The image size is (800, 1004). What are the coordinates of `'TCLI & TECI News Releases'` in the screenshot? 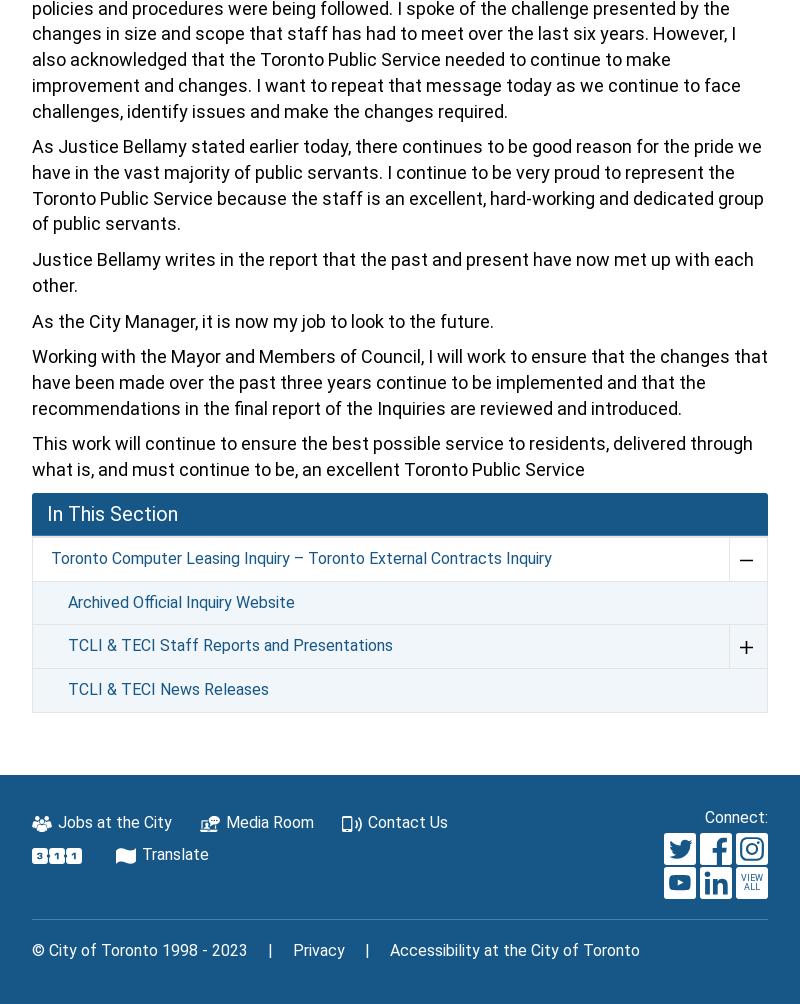 It's located at (167, 688).